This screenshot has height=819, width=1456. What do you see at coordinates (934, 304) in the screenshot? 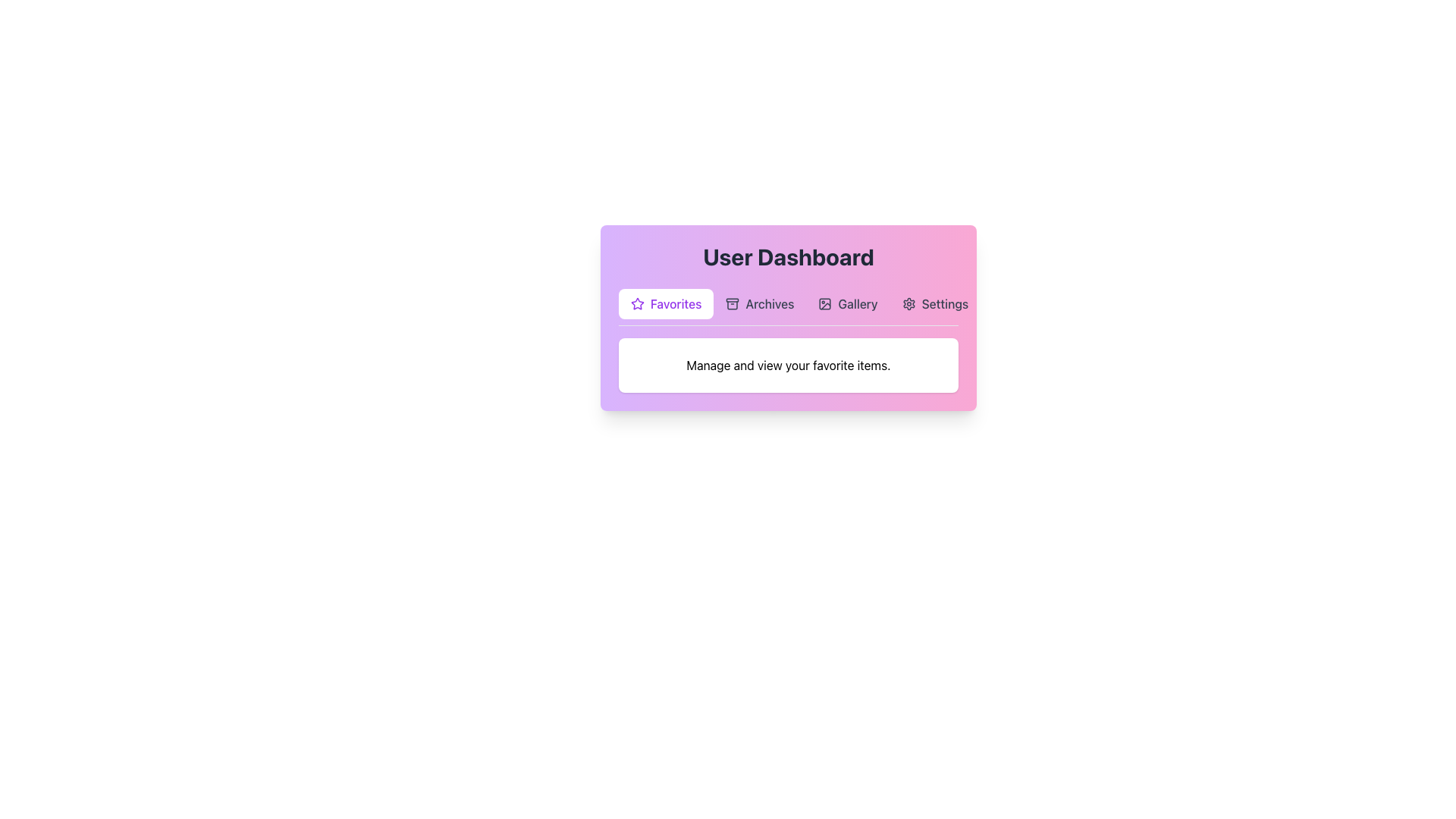
I see `the 'Settings' button located in the horizontal navigation menu below 'User Dashboard'` at bounding box center [934, 304].